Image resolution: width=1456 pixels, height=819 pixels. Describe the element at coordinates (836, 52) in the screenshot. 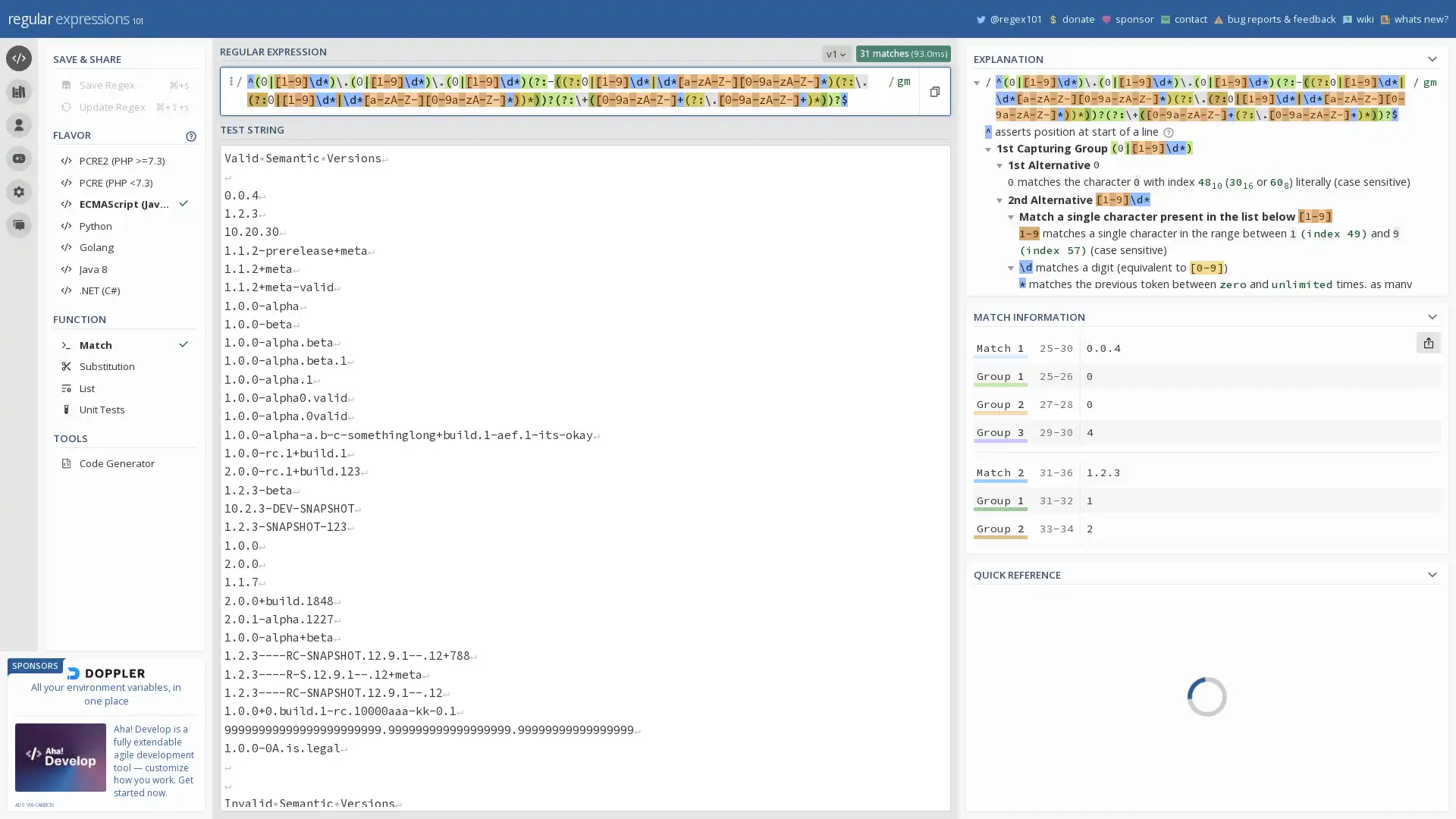

I see `Select Regex Version` at that location.